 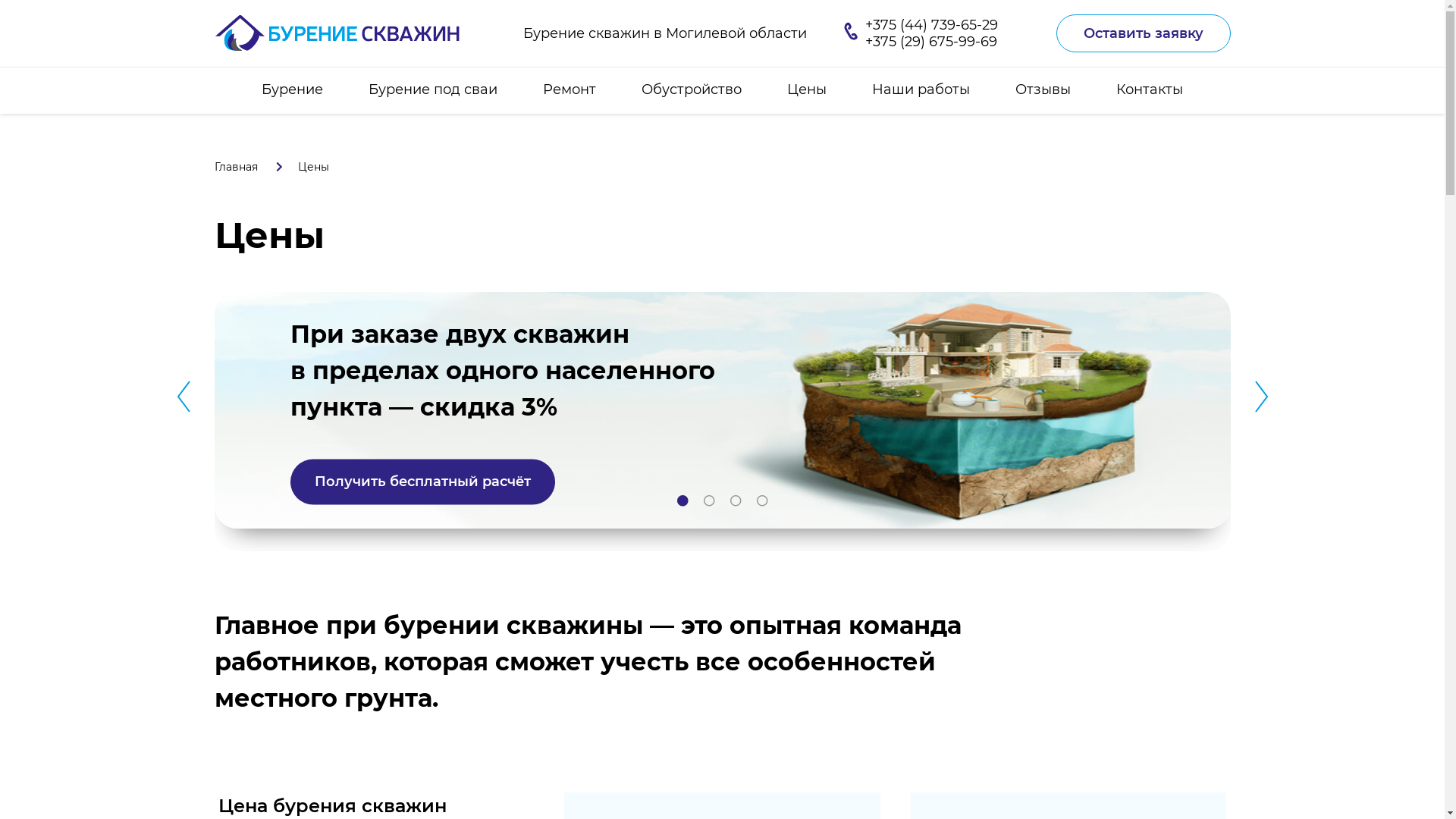 I want to click on '1', so click(x=682, y=500).